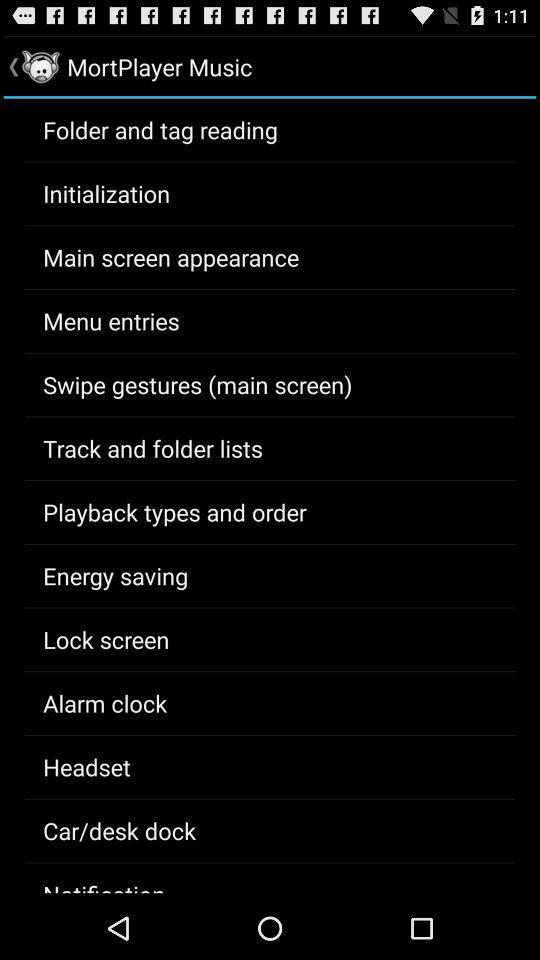 This screenshot has width=540, height=960. Describe the element at coordinates (85, 766) in the screenshot. I see `the headset app` at that location.